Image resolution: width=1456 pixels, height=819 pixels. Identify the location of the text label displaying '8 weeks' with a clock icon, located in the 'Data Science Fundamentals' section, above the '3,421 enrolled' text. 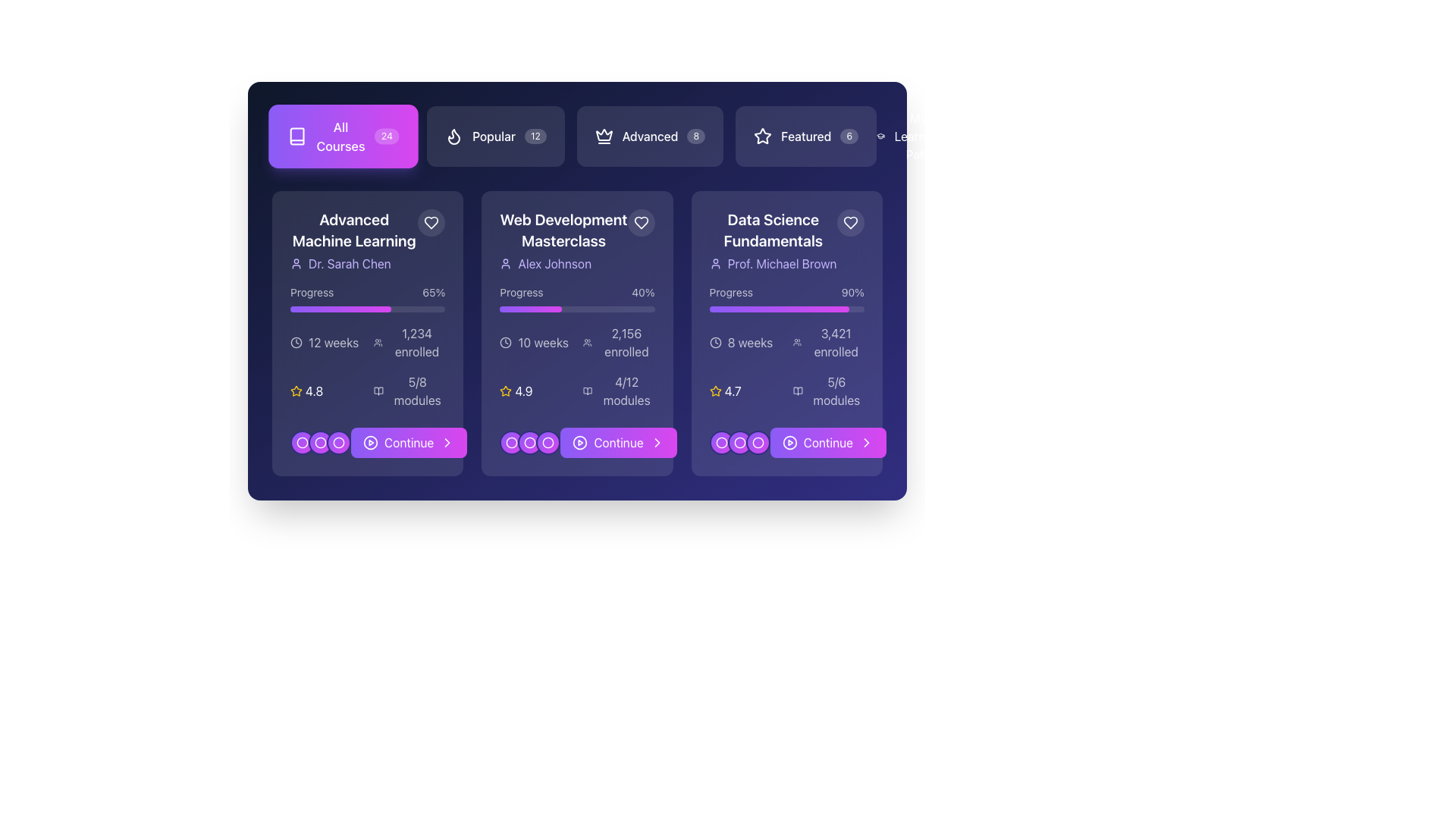
(745, 342).